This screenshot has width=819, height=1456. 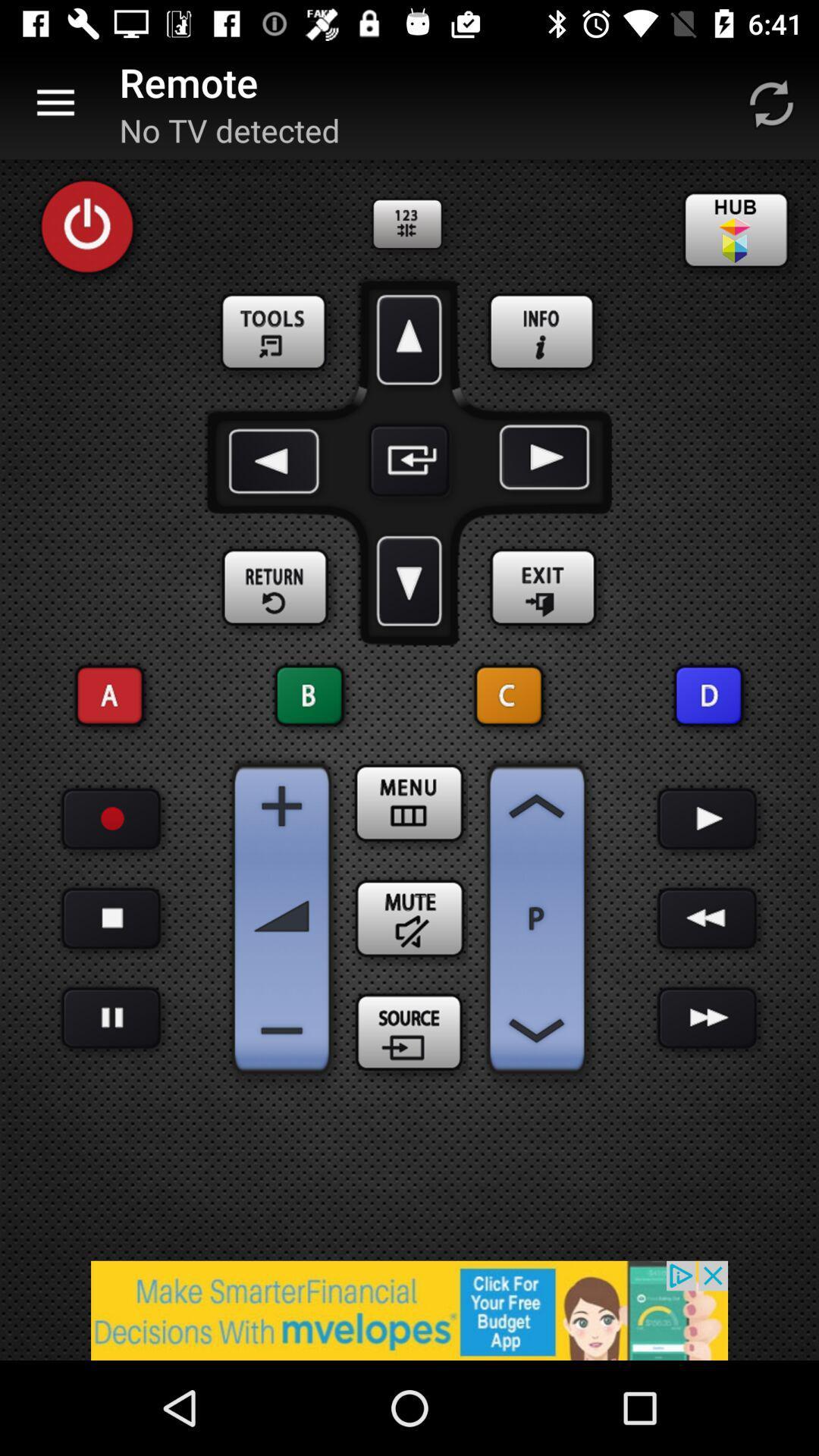 What do you see at coordinates (281, 1031) in the screenshot?
I see `decrease volume` at bounding box center [281, 1031].